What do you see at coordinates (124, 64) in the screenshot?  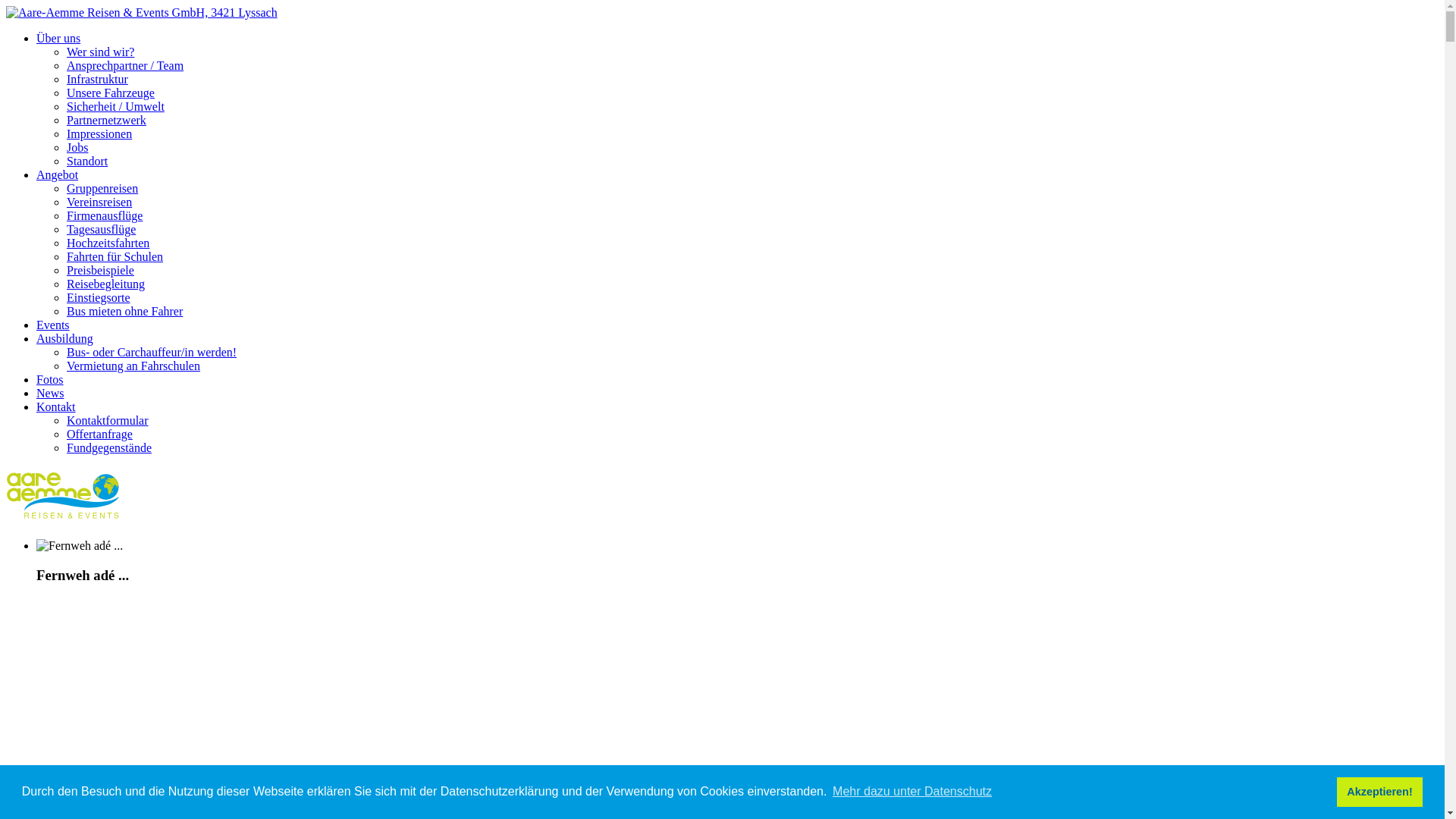 I see `'Ansprechpartner / Team'` at bounding box center [124, 64].